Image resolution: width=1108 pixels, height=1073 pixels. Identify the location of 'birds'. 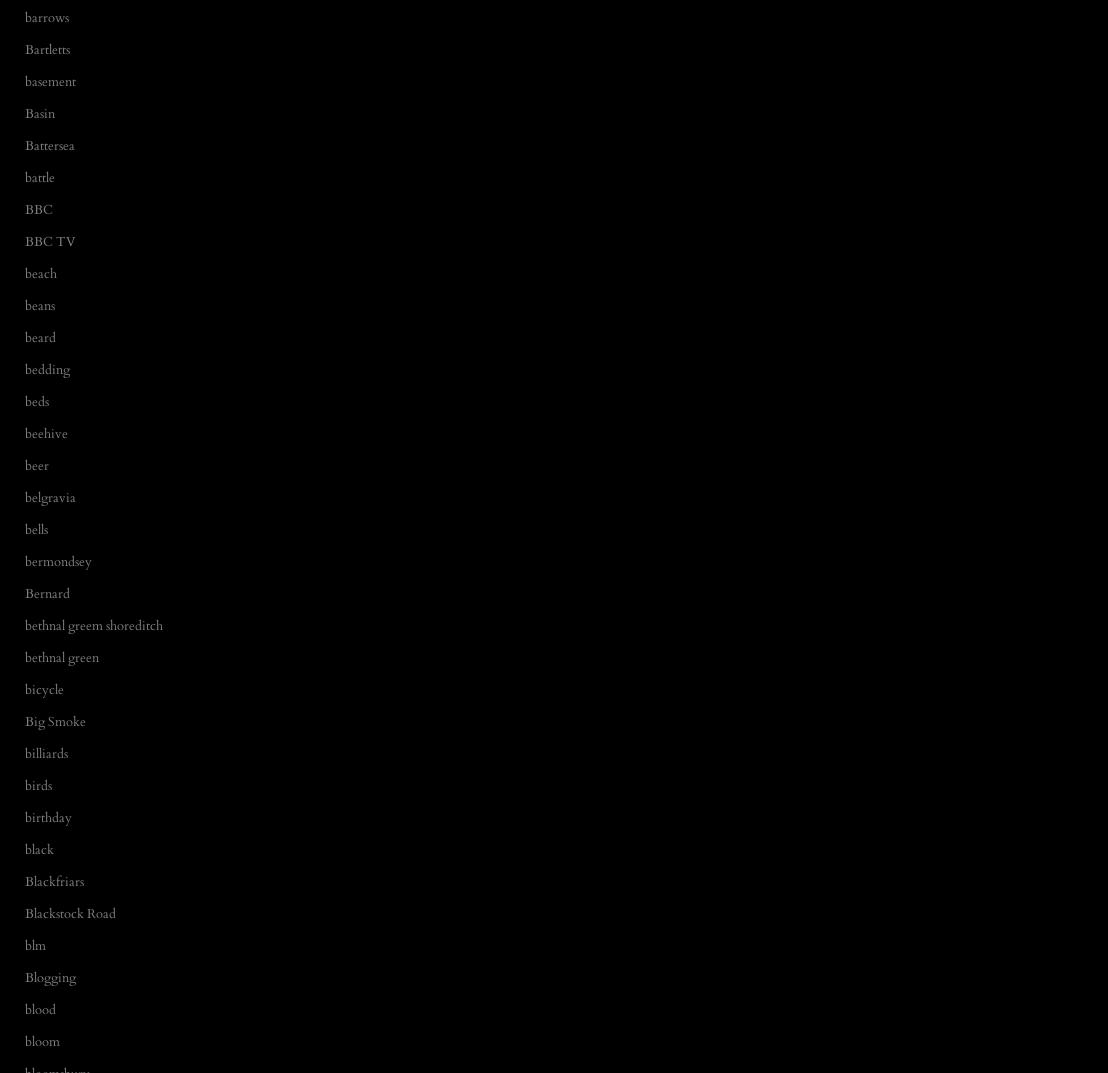
(38, 785).